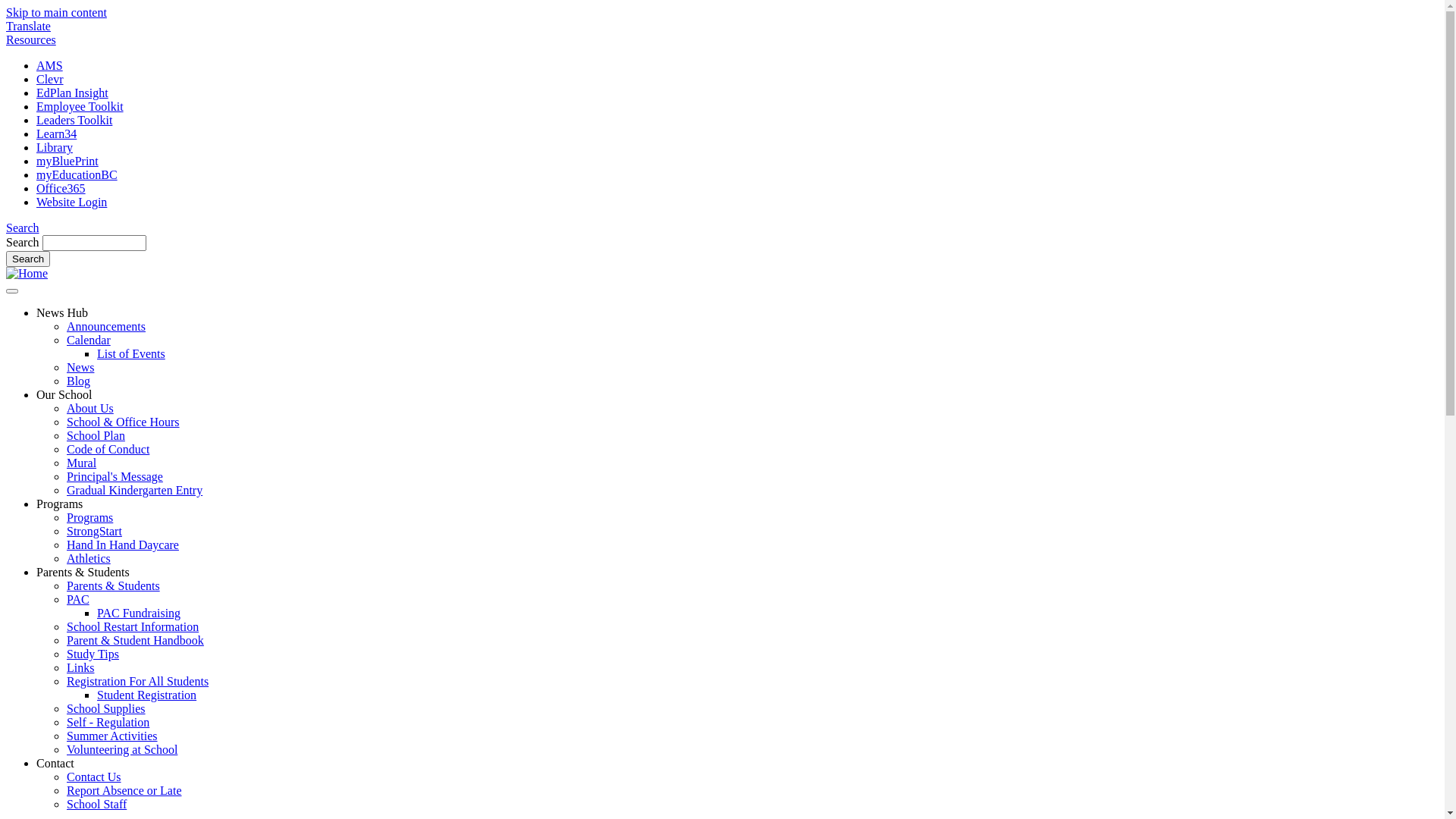 The height and width of the screenshot is (819, 1456). What do you see at coordinates (93, 777) in the screenshot?
I see `'Contact Us'` at bounding box center [93, 777].